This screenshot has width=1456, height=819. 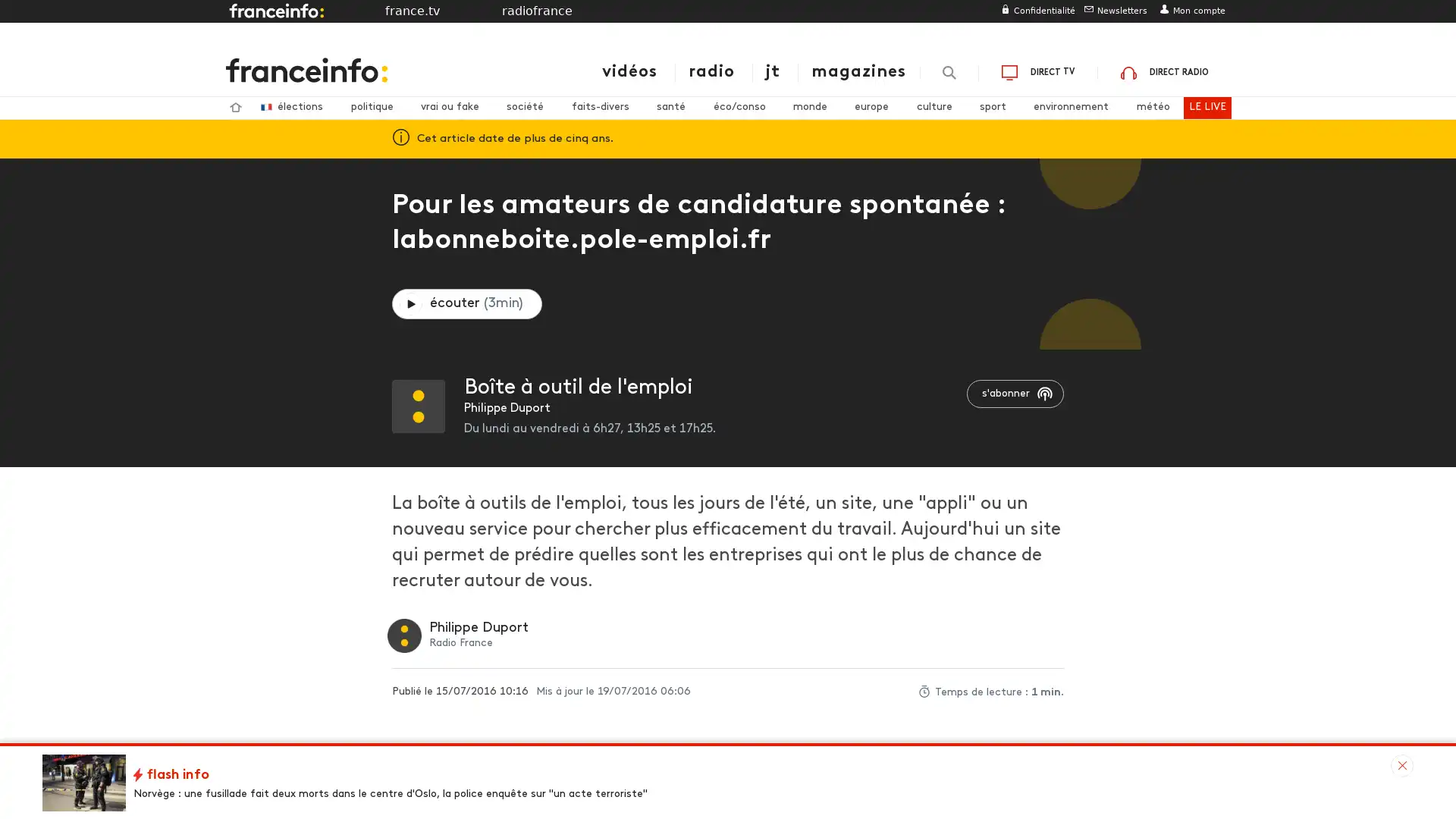 I want to click on Refuser notre traitement des donnees et fermer, so click(x=896, y=143).